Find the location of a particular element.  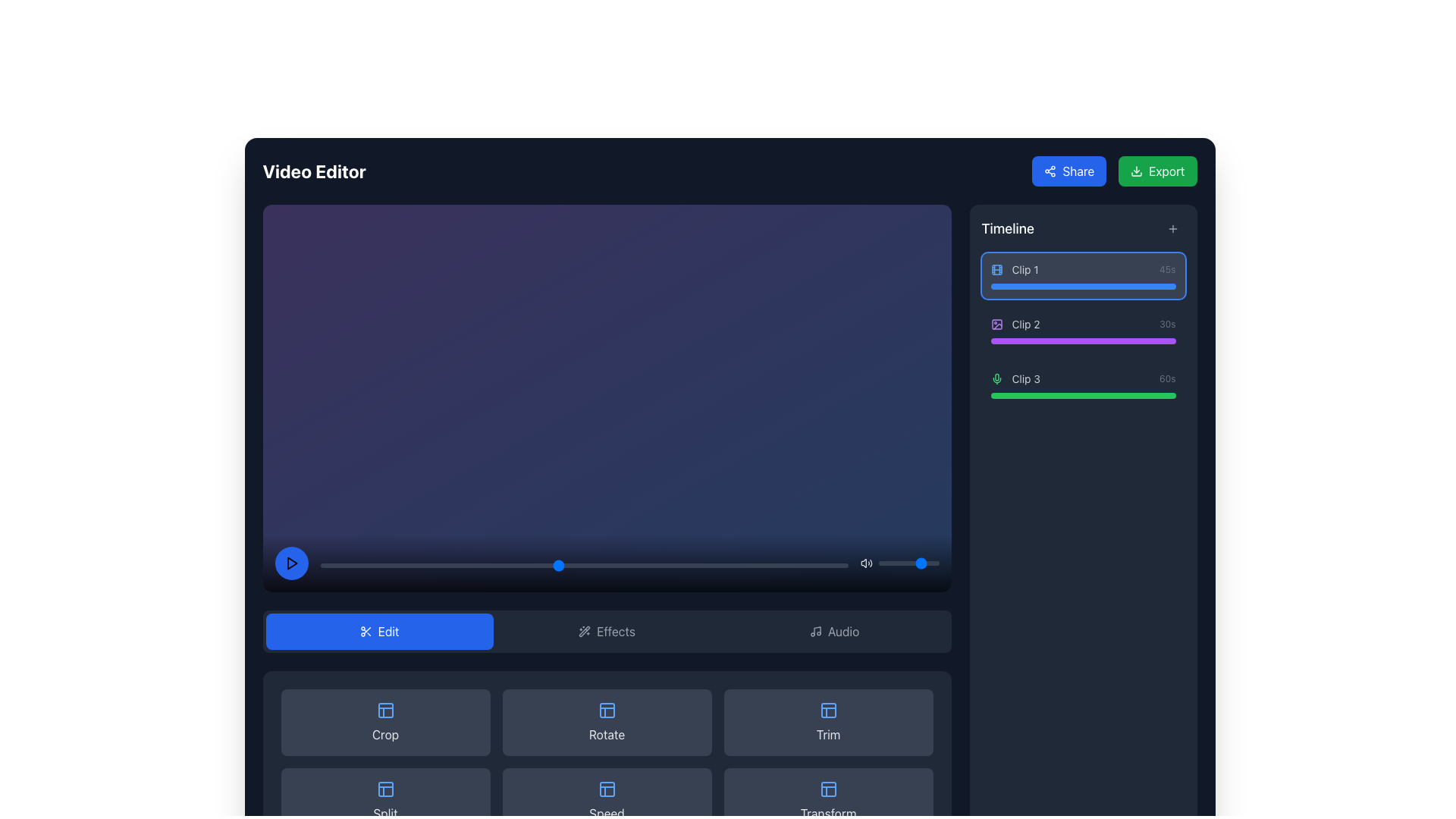

the Timeline clip entry labeled 'Clip 1' with a duration of '45s' is located at coordinates (1082, 268).